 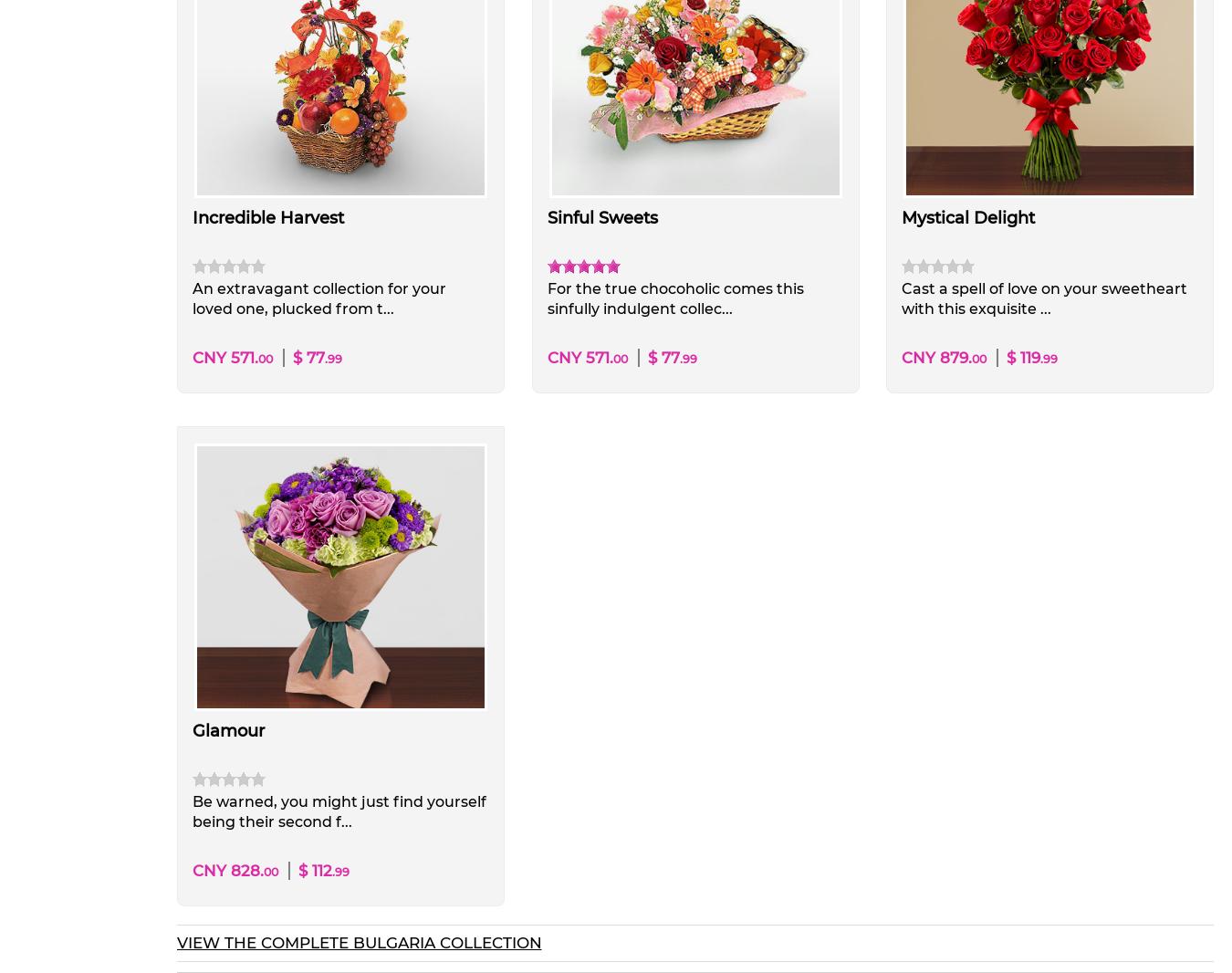 I want to click on 'An extravagant collection for your loved one, plucked from t...', so click(x=319, y=298).